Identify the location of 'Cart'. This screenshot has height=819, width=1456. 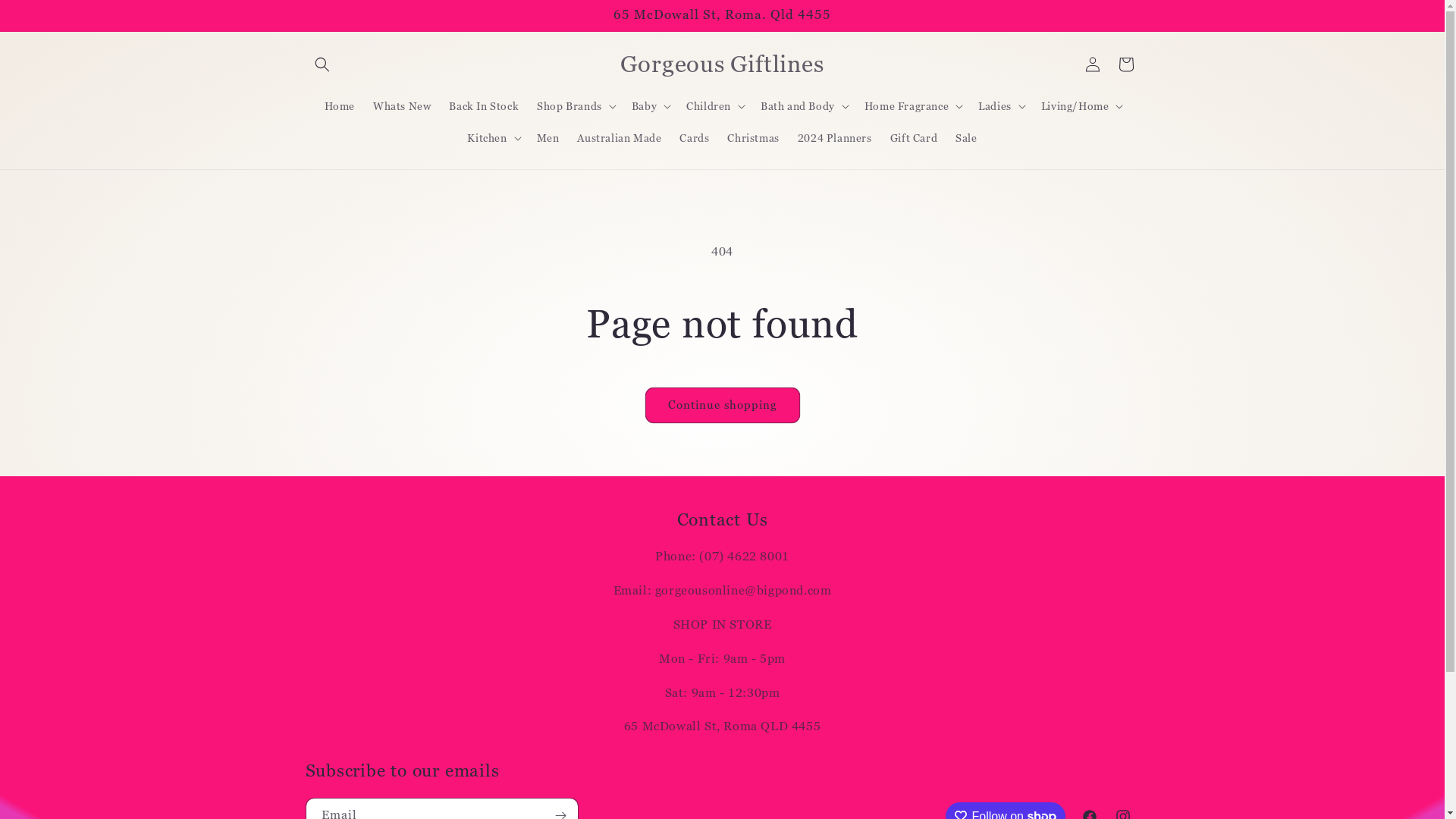
(1125, 63).